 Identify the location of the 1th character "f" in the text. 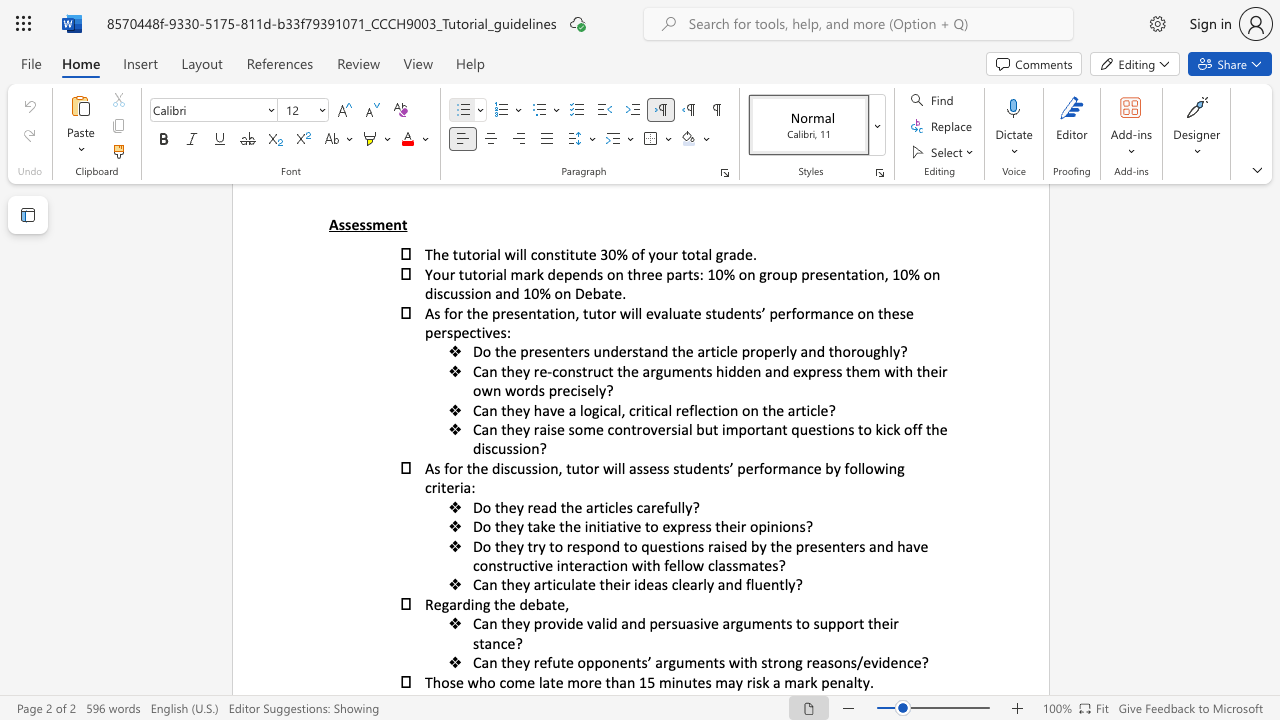
(747, 584).